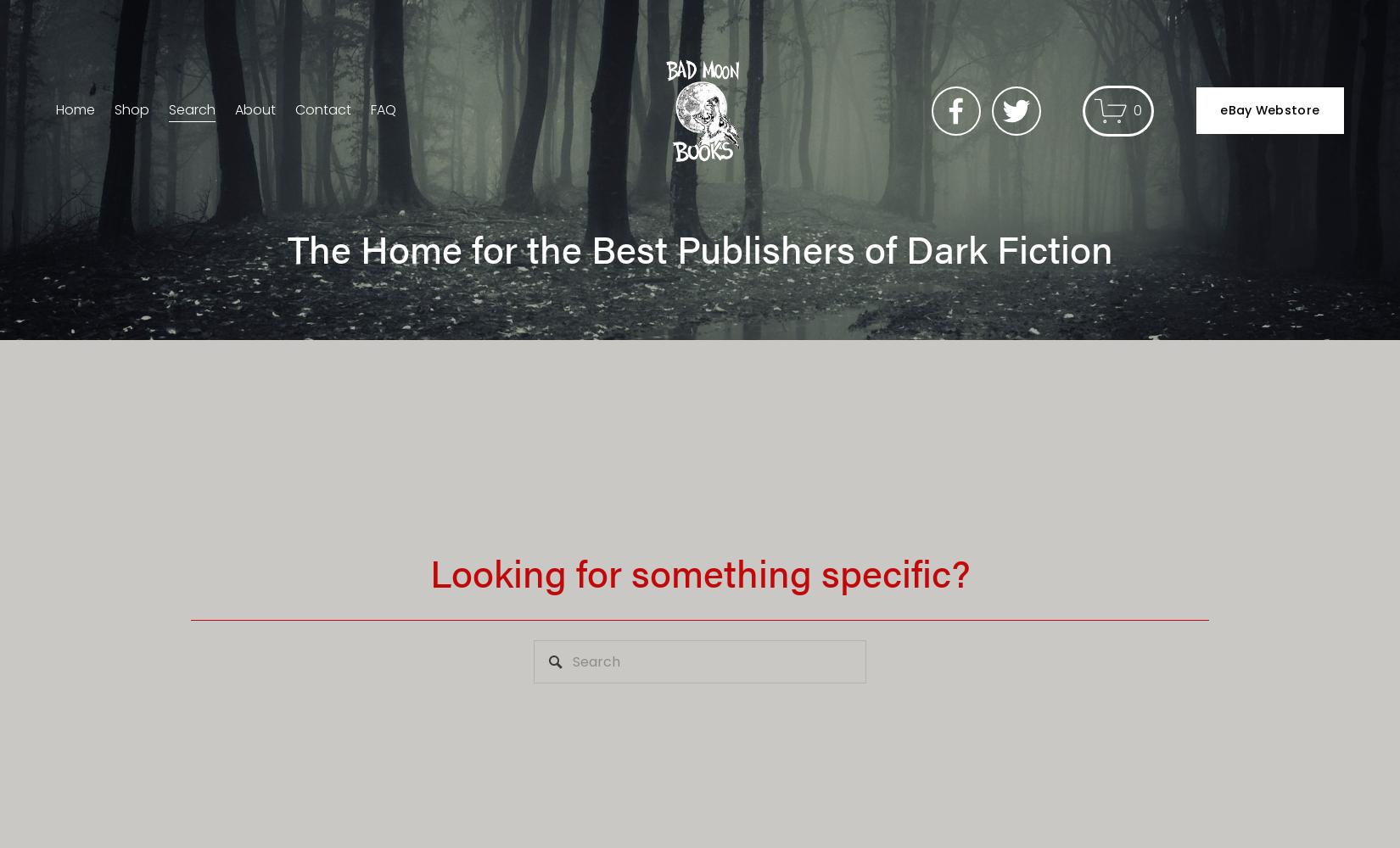  I want to click on '0', so click(1136, 109).